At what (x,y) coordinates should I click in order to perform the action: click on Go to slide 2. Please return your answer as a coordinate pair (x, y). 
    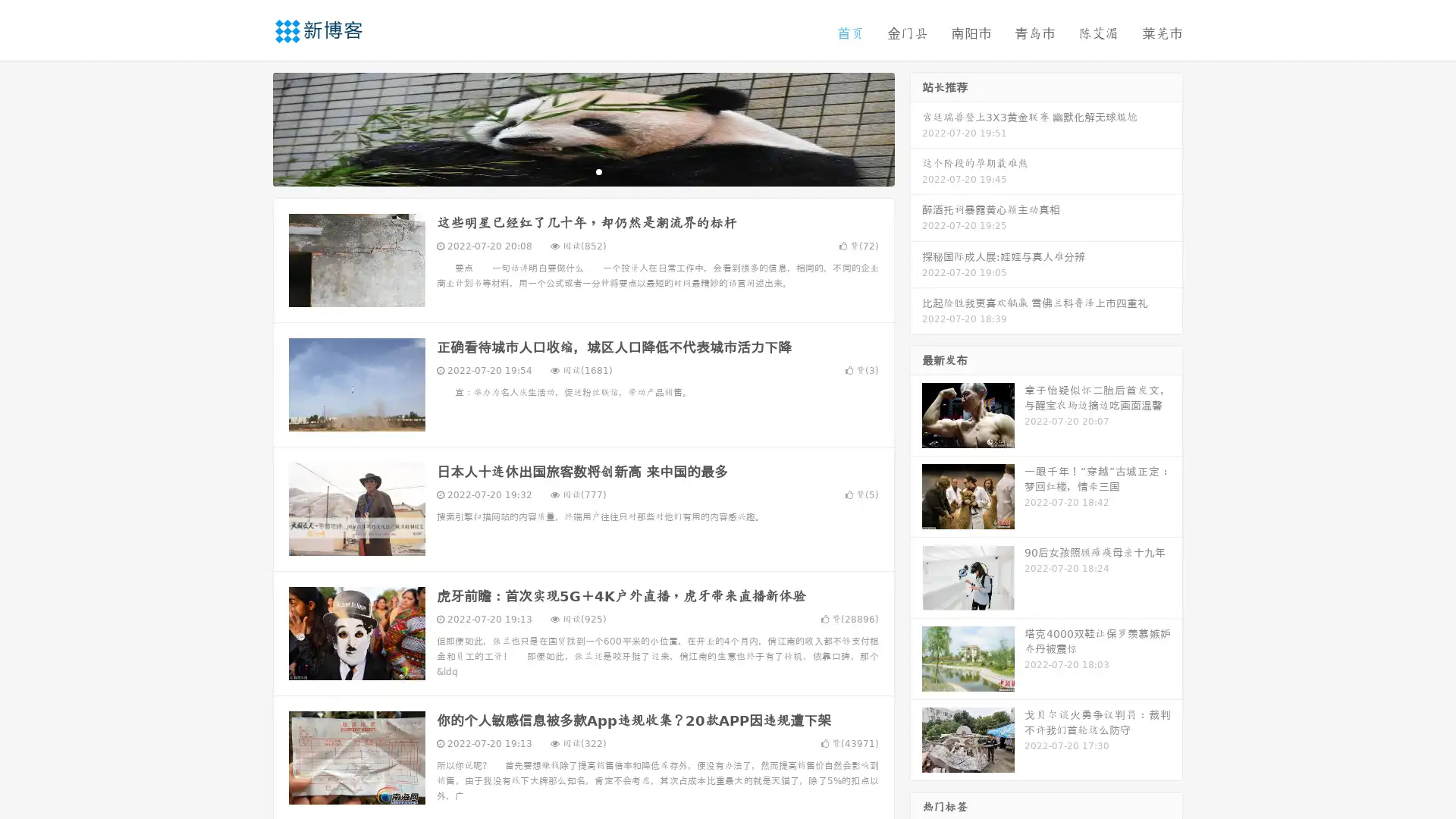
    Looking at the image, I should click on (582, 171).